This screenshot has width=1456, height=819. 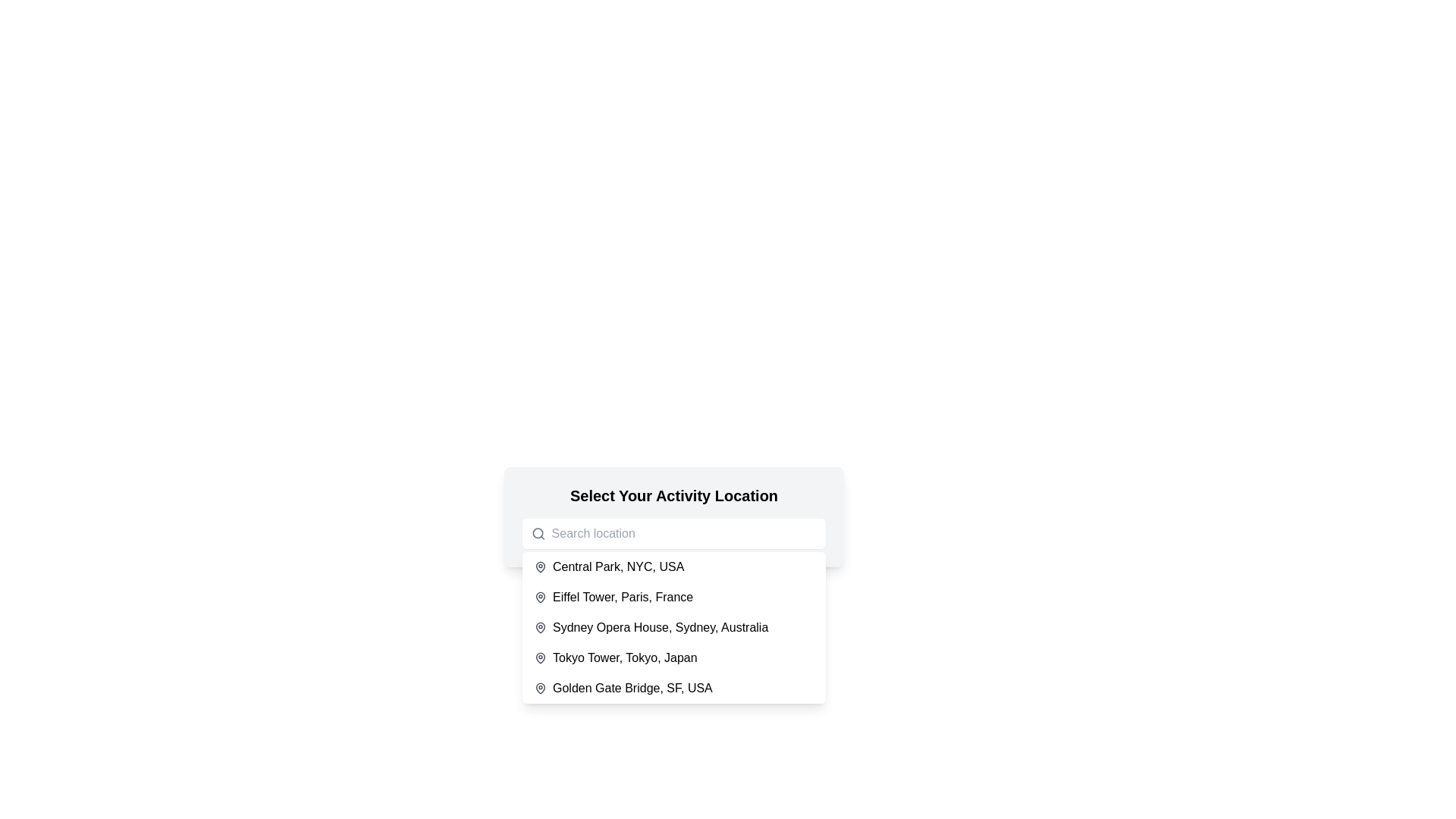 I want to click on the text label of the first item in the dropdown menu, which is part of a location-selection feature, so click(x=618, y=567).